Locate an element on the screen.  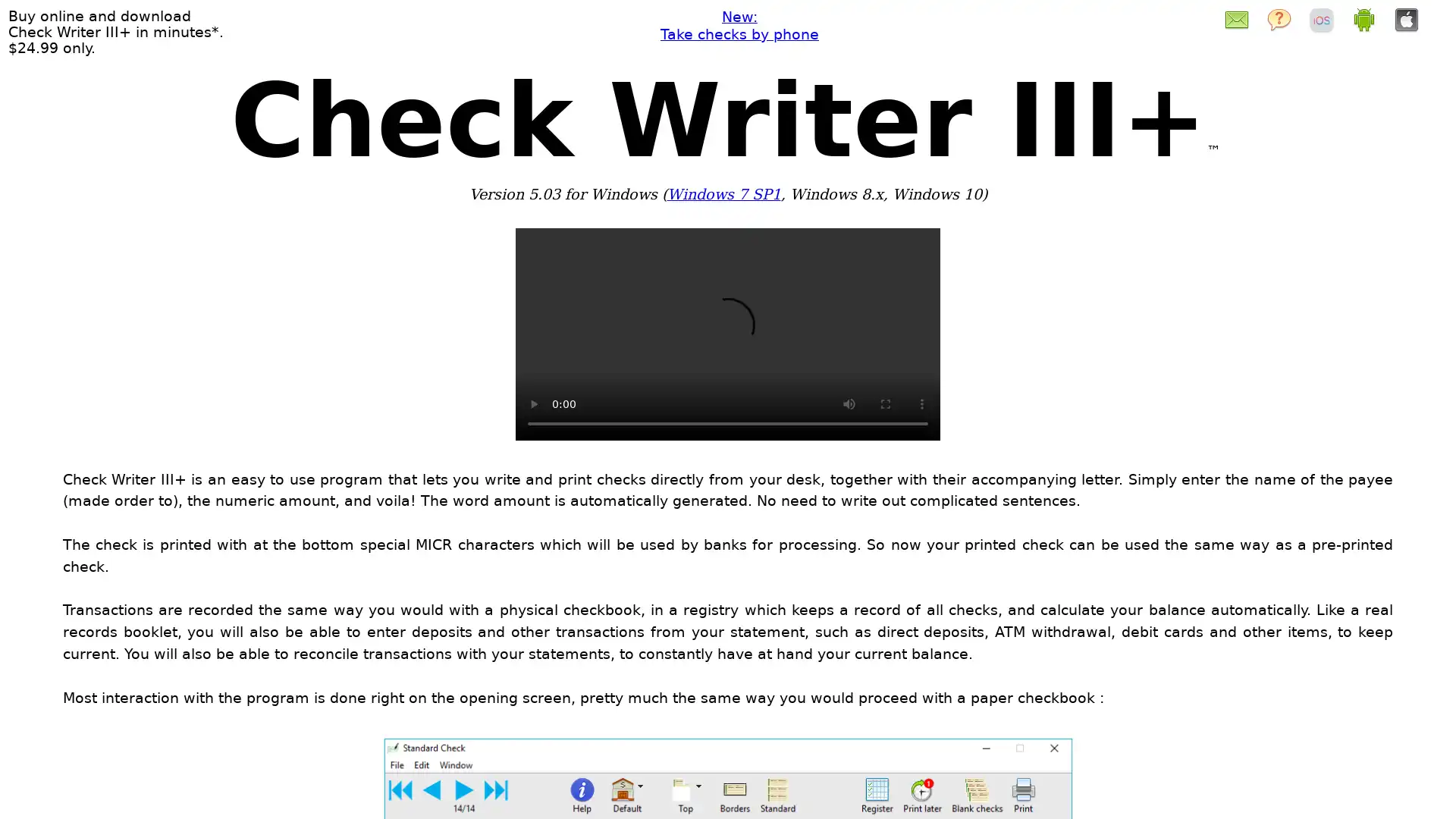
show more media controls is located at coordinates (921, 403).